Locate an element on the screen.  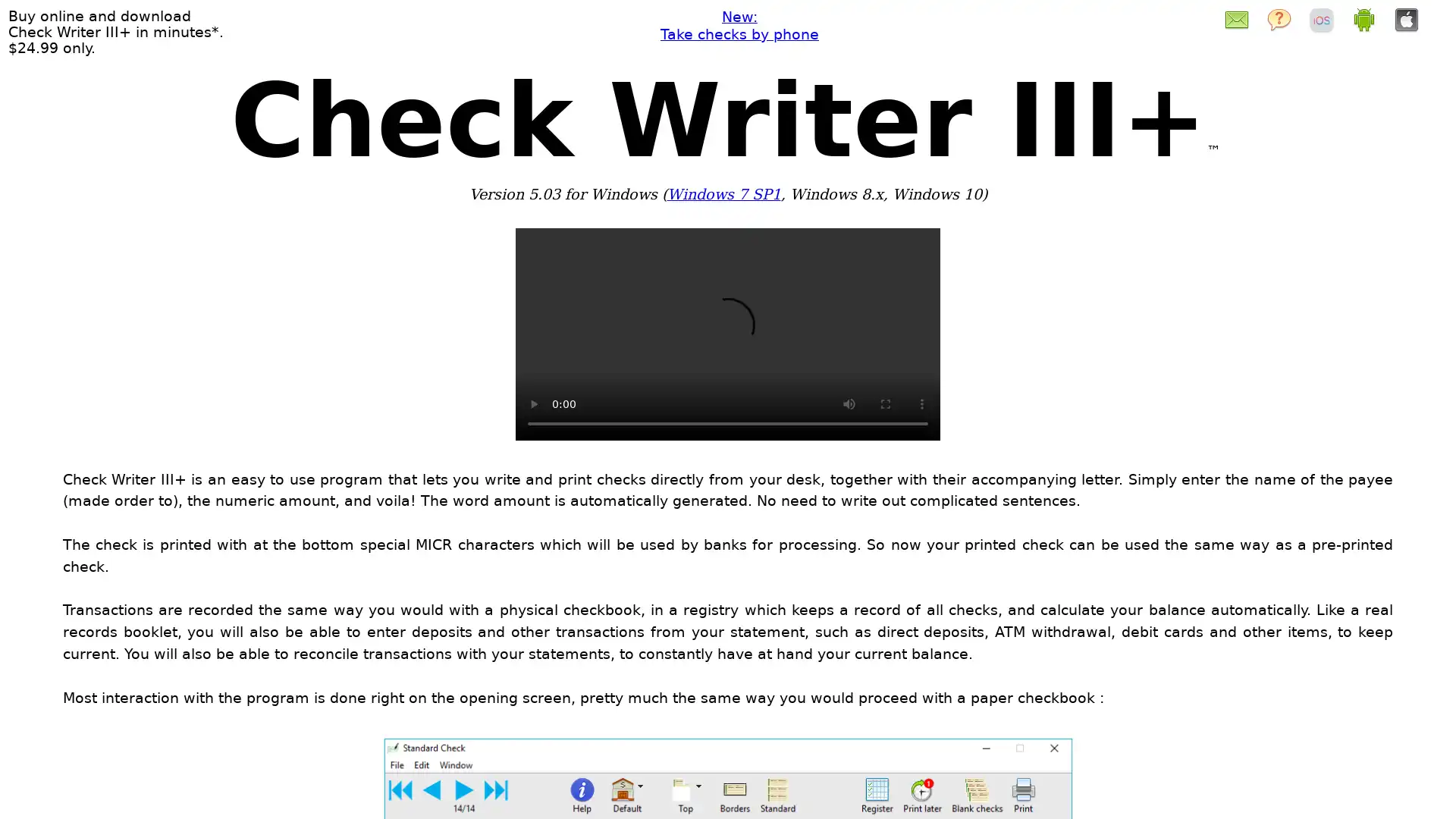
show more media controls is located at coordinates (921, 403).